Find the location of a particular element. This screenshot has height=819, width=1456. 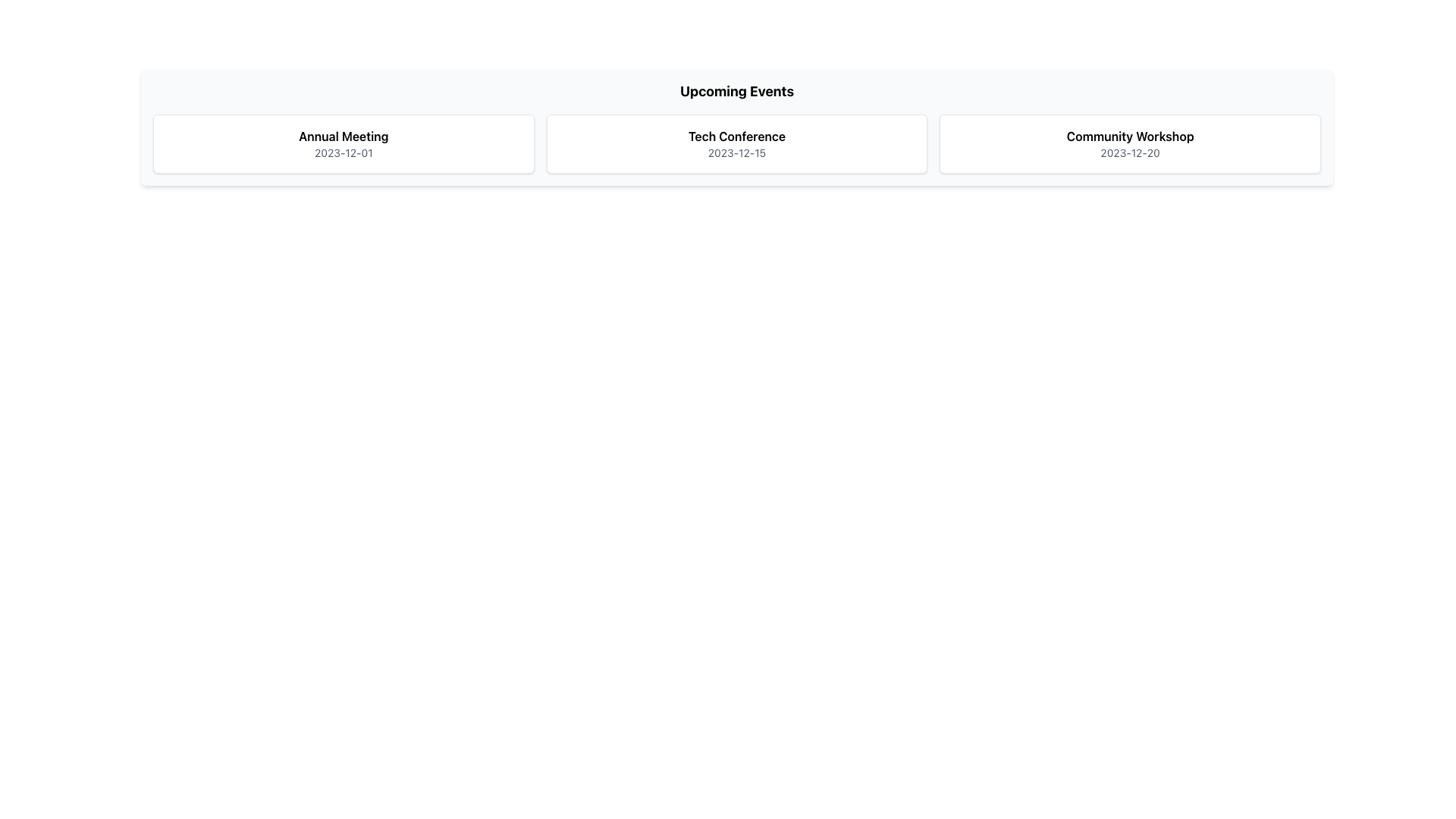

the Informational card element titled 'Annual Meeting' with the date '2023-12-01', which is the leftmost box in the row of event boxes within the 'Upcoming Events' section is located at coordinates (343, 143).